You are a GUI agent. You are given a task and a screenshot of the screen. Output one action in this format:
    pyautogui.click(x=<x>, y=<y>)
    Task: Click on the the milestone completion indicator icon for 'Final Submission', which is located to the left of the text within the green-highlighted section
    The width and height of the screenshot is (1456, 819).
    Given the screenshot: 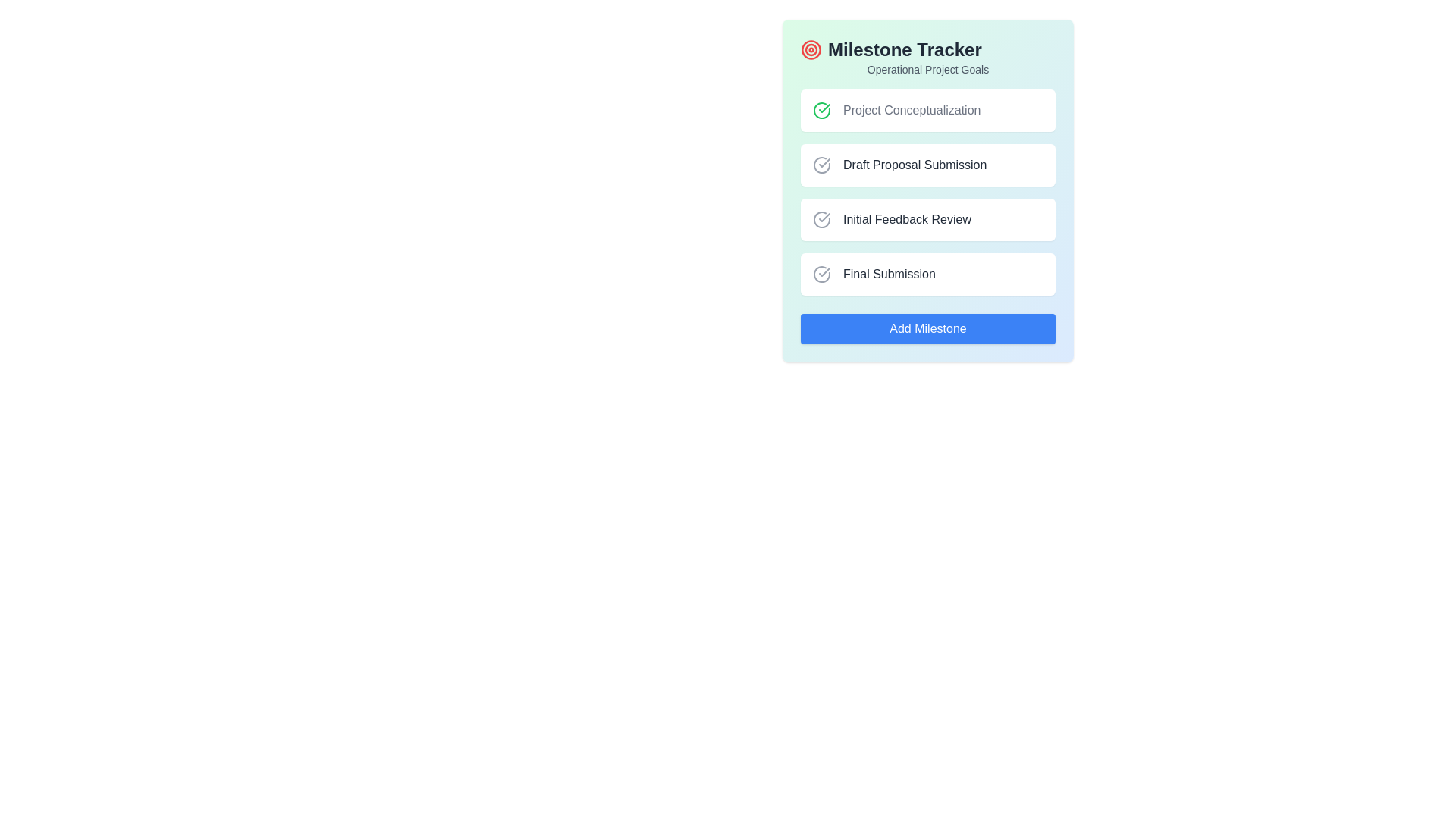 What is the action you would take?
    pyautogui.click(x=821, y=275)
    